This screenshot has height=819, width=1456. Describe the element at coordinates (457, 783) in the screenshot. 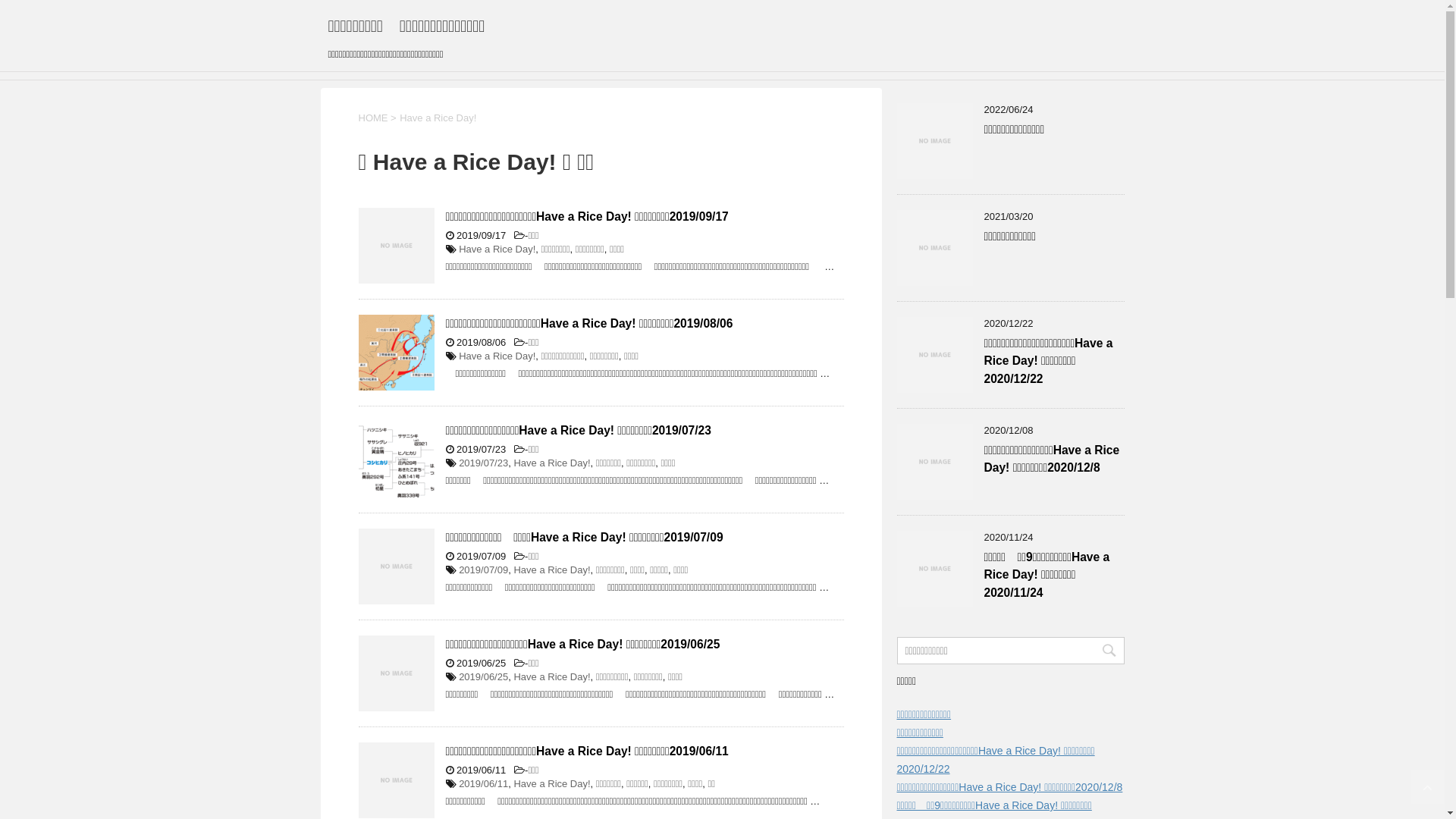

I see `'2019/06/11'` at that location.